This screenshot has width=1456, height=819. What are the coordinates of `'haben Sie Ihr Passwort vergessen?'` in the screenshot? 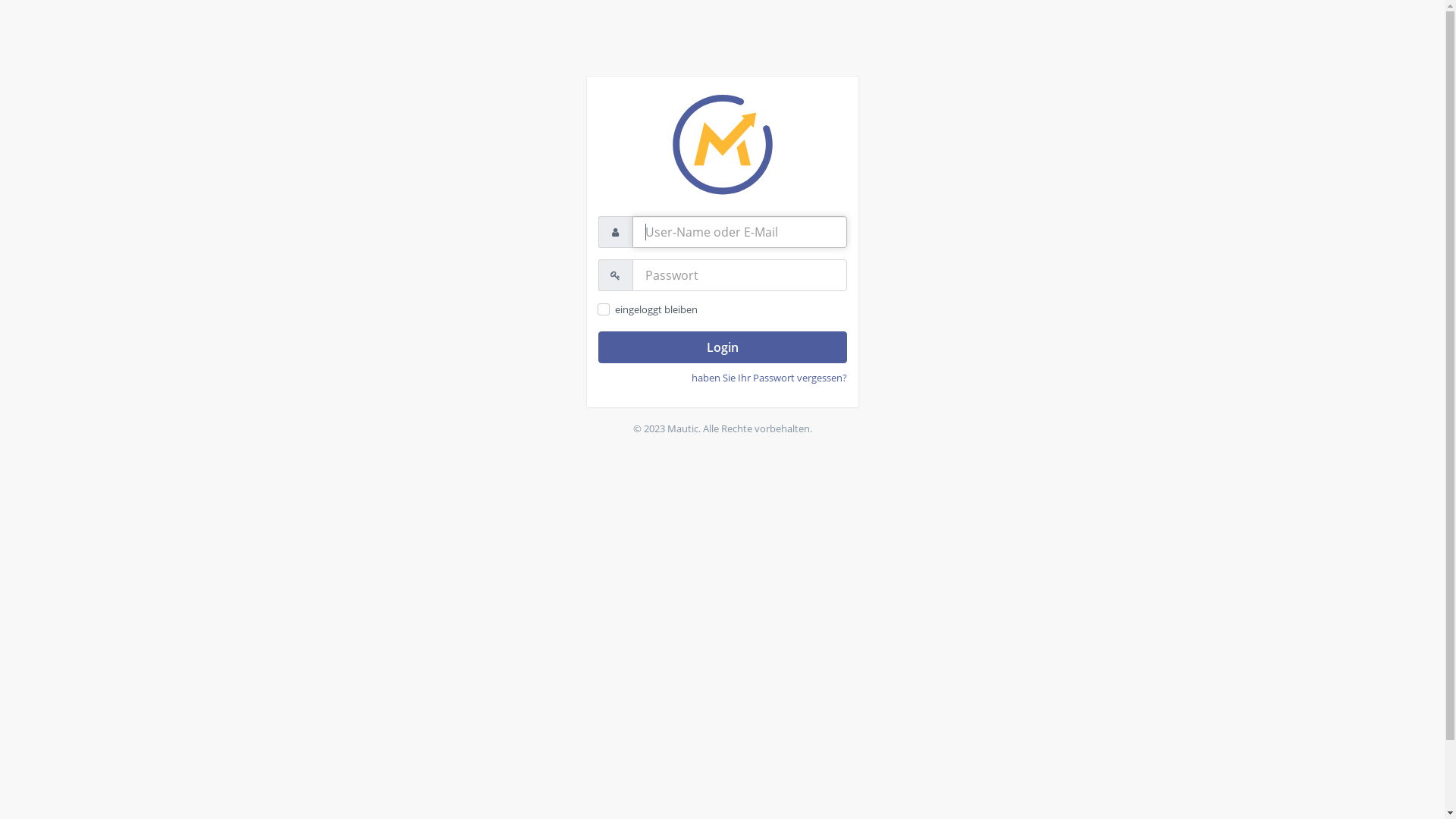 It's located at (769, 376).